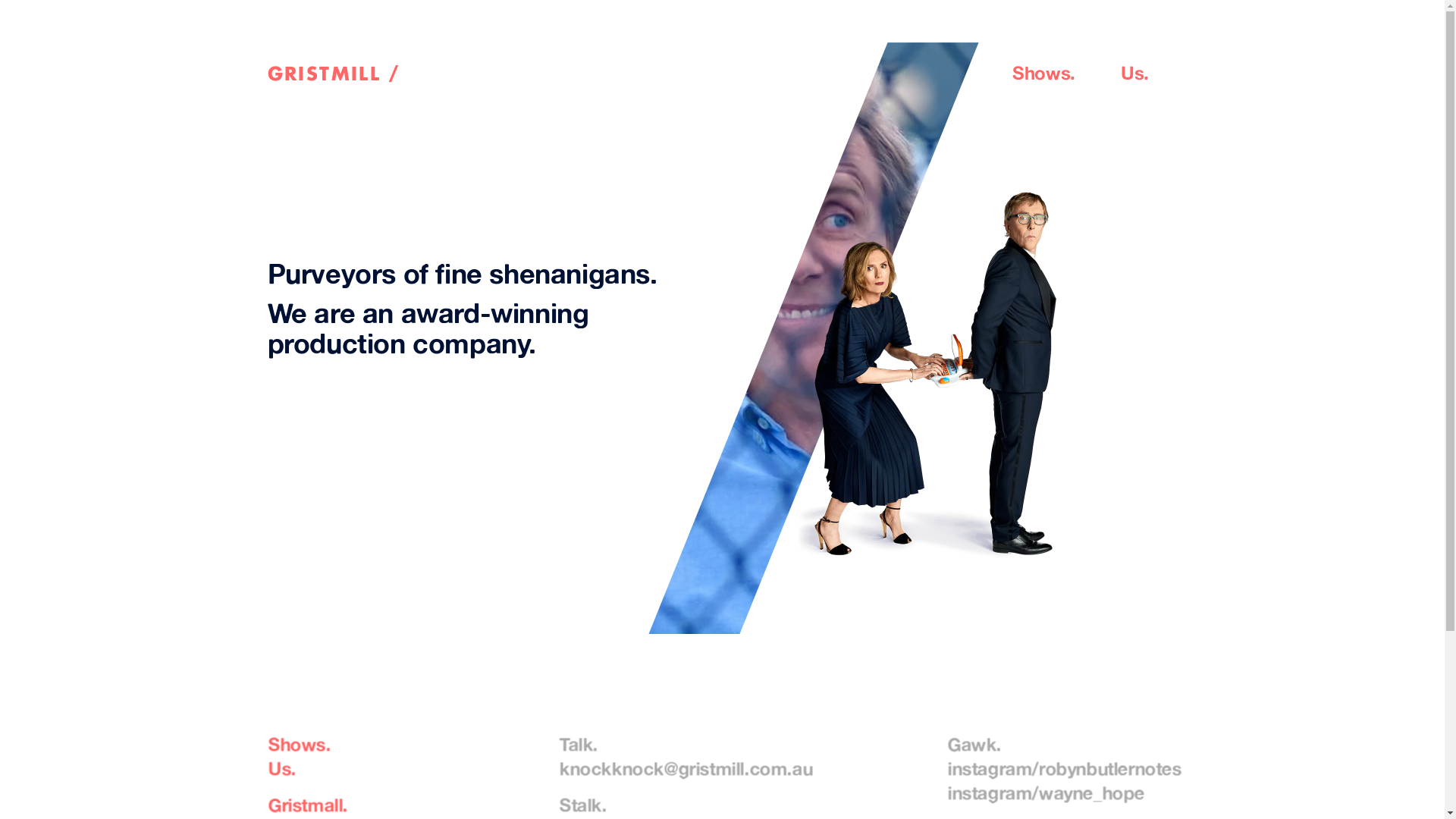 The image size is (1456, 819). Describe the element at coordinates (1040, 73) in the screenshot. I see `'Shows'` at that location.